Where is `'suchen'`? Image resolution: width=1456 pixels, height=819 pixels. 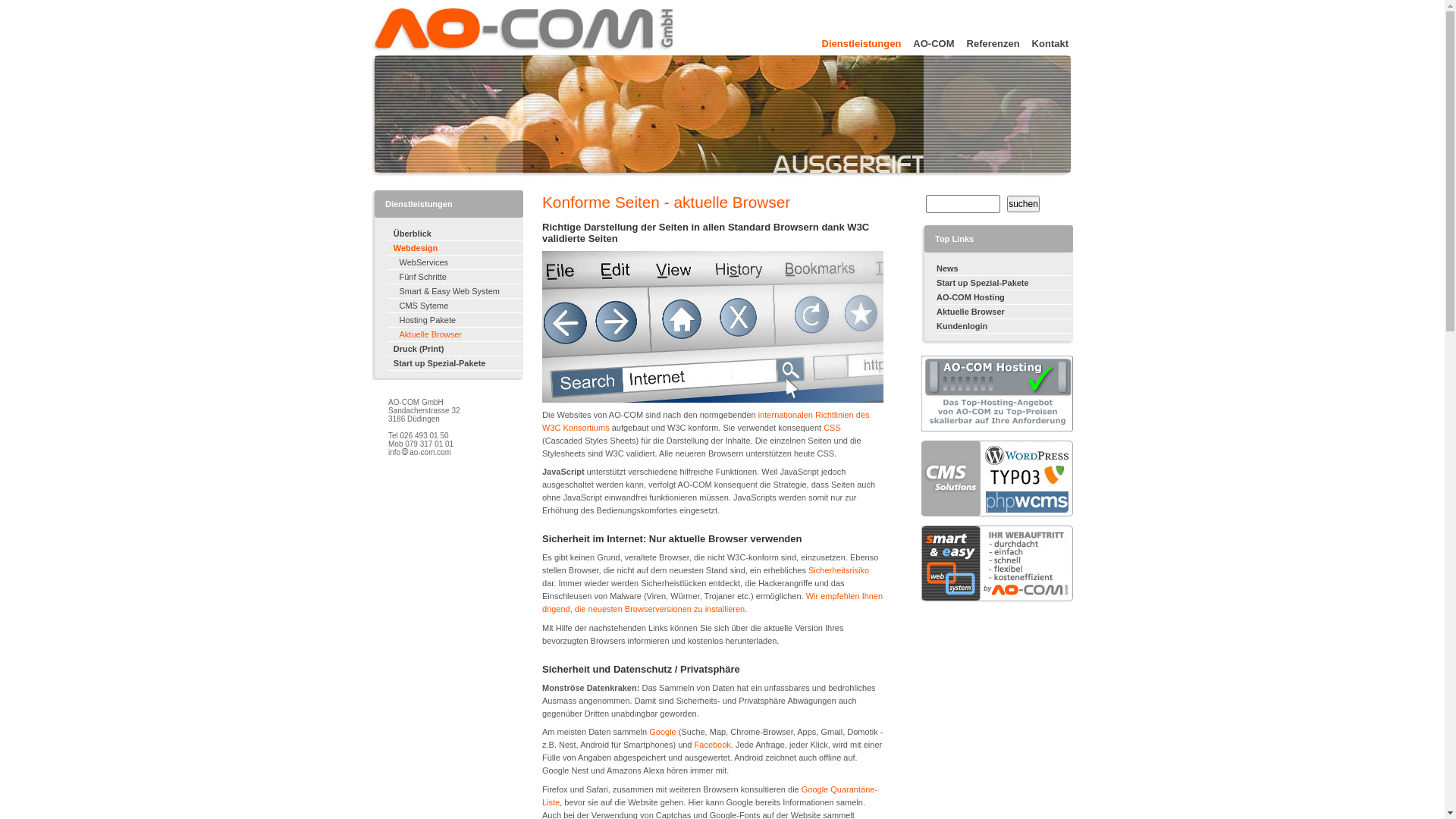 'suchen' is located at coordinates (1023, 203).